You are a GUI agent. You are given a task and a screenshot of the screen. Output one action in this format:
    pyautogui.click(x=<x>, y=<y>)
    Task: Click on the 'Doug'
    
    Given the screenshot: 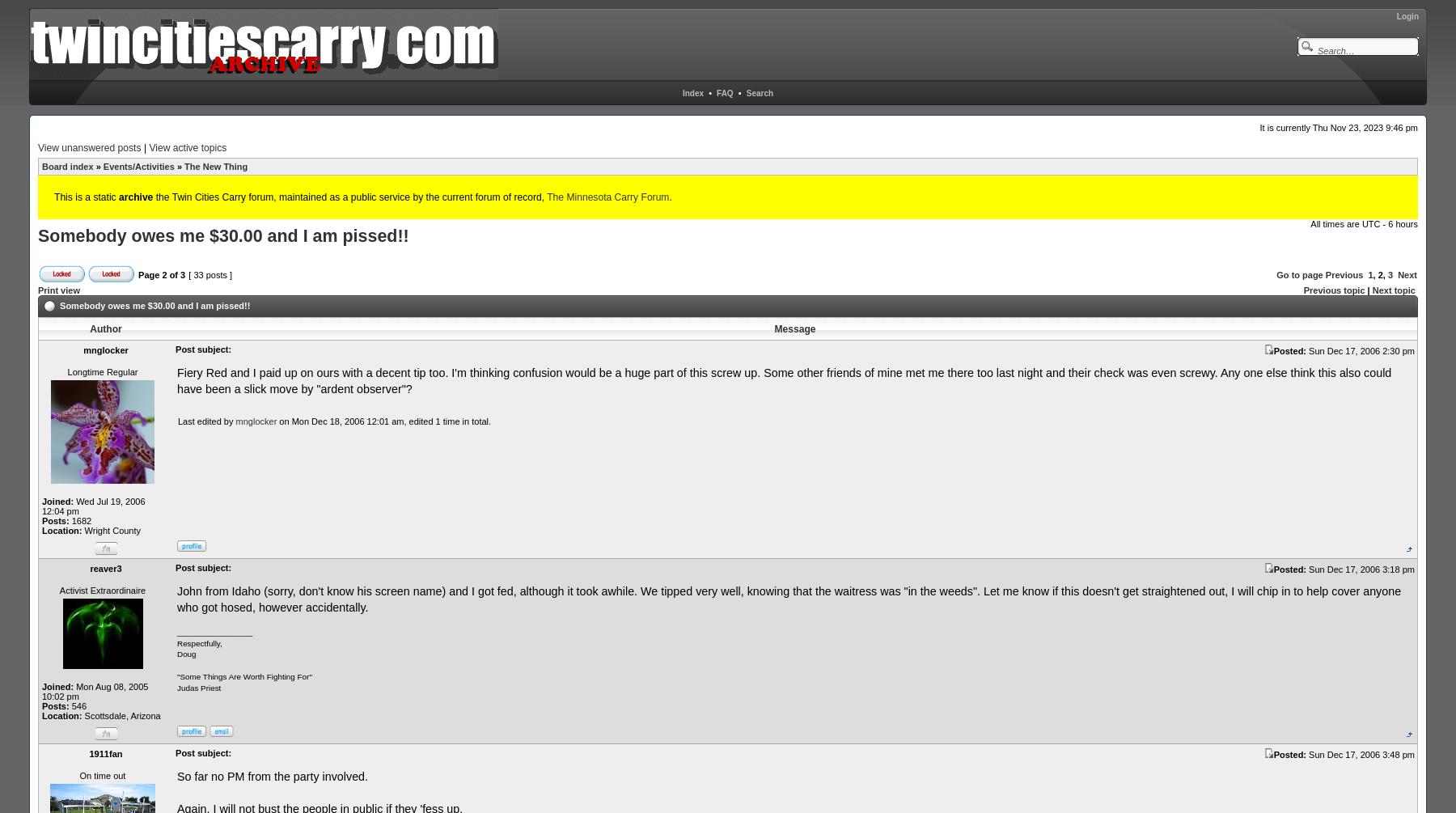 What is the action you would take?
    pyautogui.click(x=177, y=654)
    